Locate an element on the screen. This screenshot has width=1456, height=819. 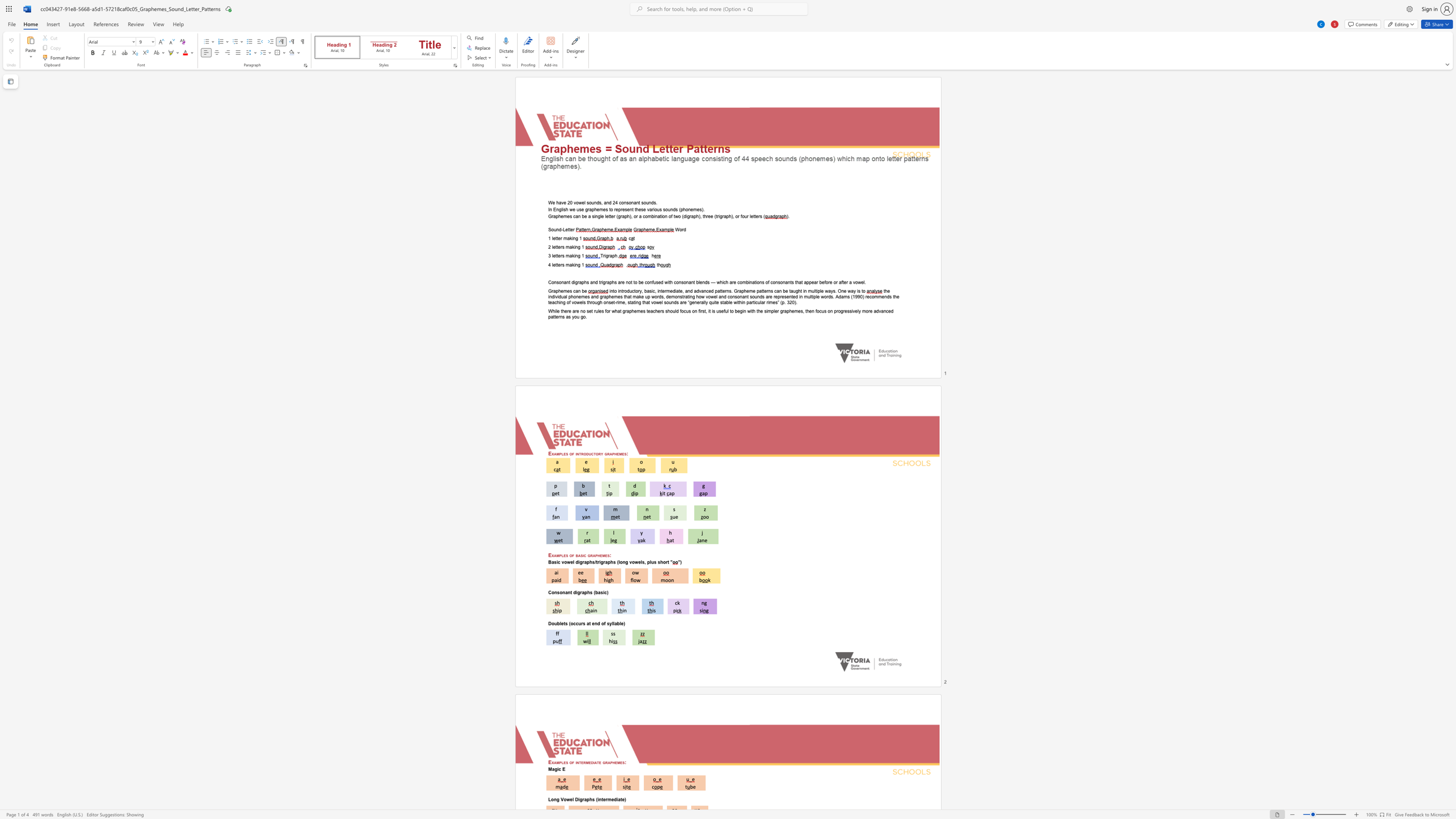
the subset text "le" within the text "Doublets (occurs at end of syllable)" is located at coordinates (619, 623).